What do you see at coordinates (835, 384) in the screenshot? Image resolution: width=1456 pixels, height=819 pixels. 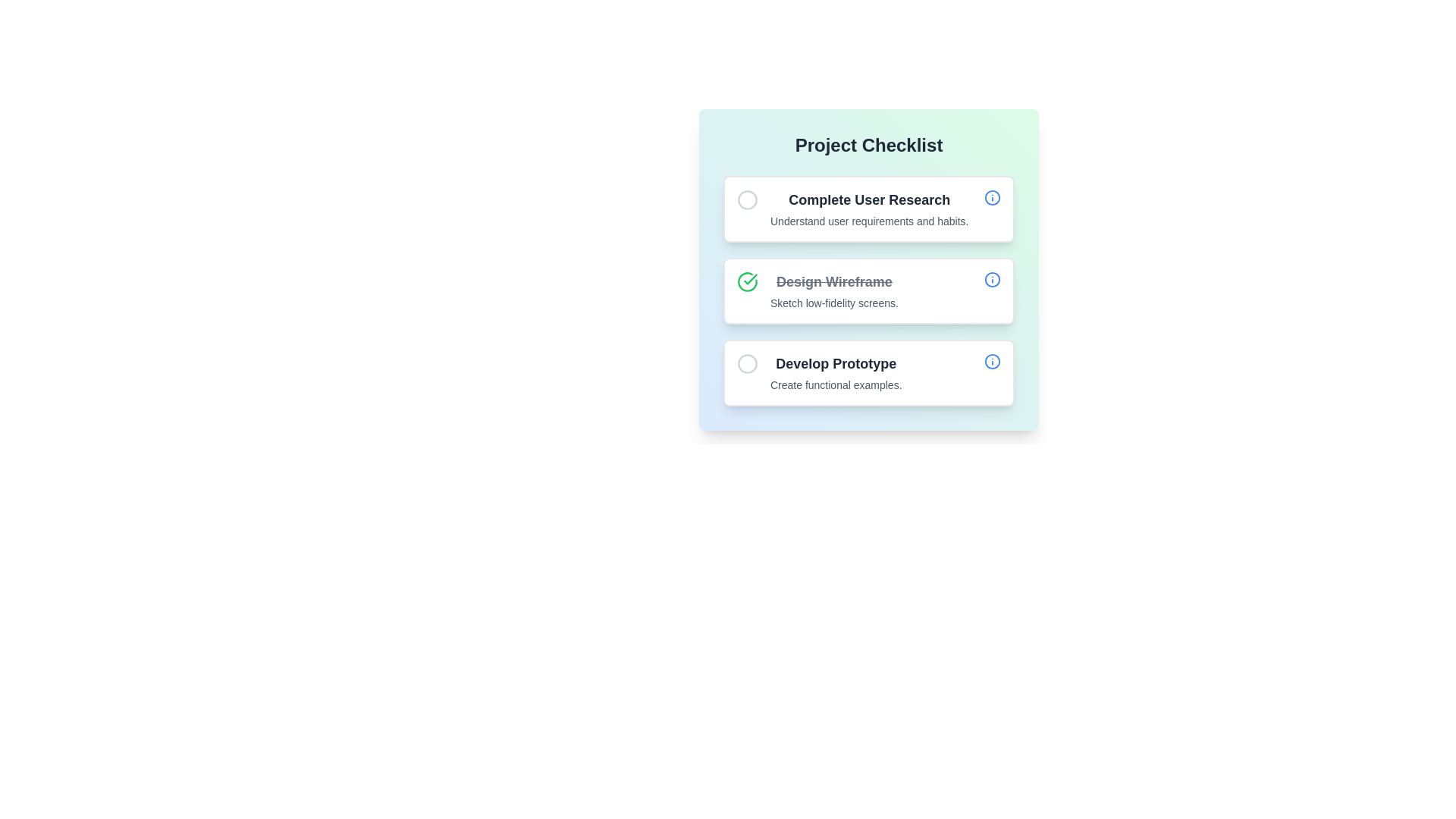 I see `the Text label providing additional information related to 'Develop Prototype' in the Project Checklist section` at bounding box center [835, 384].